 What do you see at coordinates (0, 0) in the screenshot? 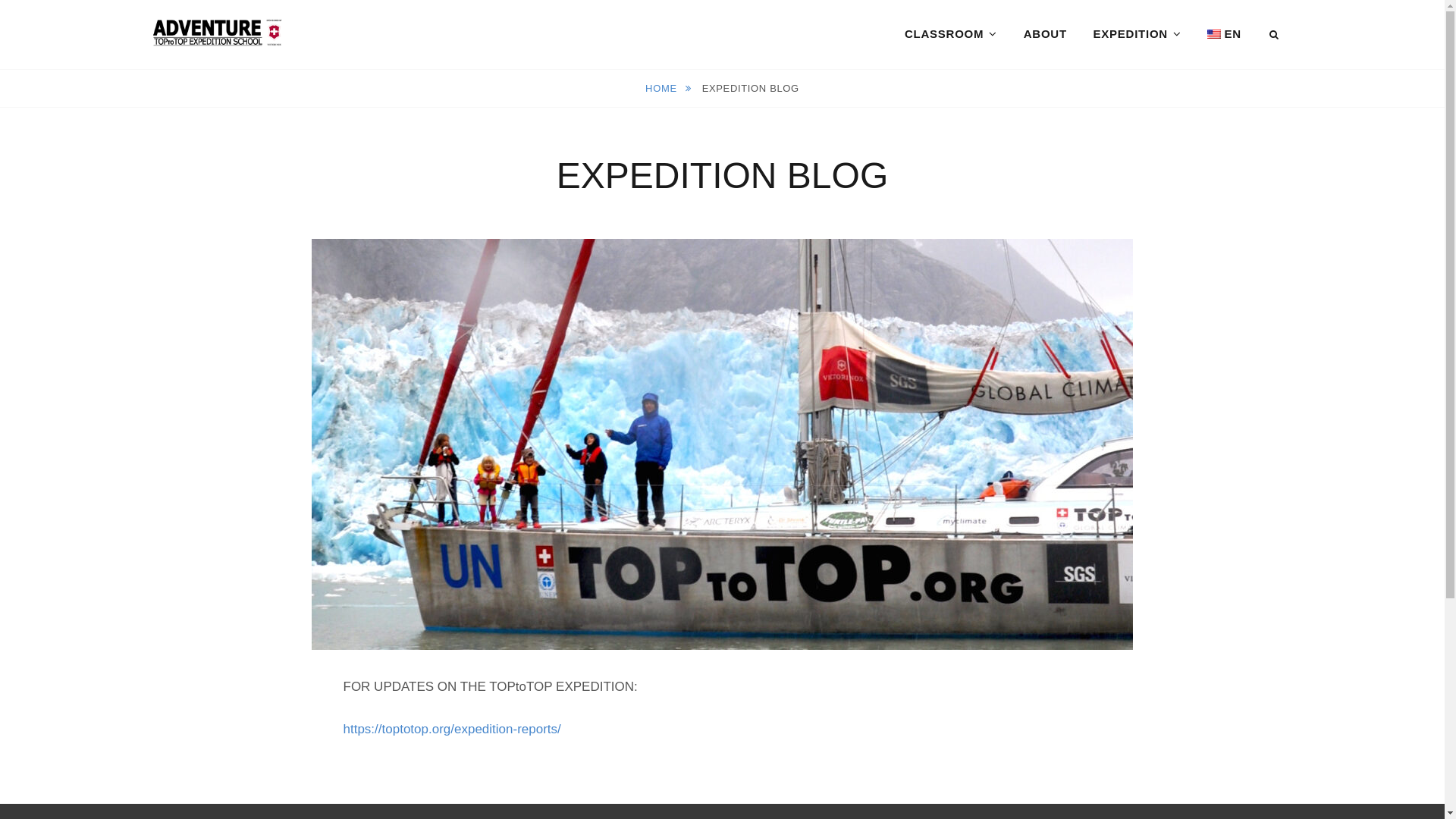
I see `'Skip to content'` at bounding box center [0, 0].